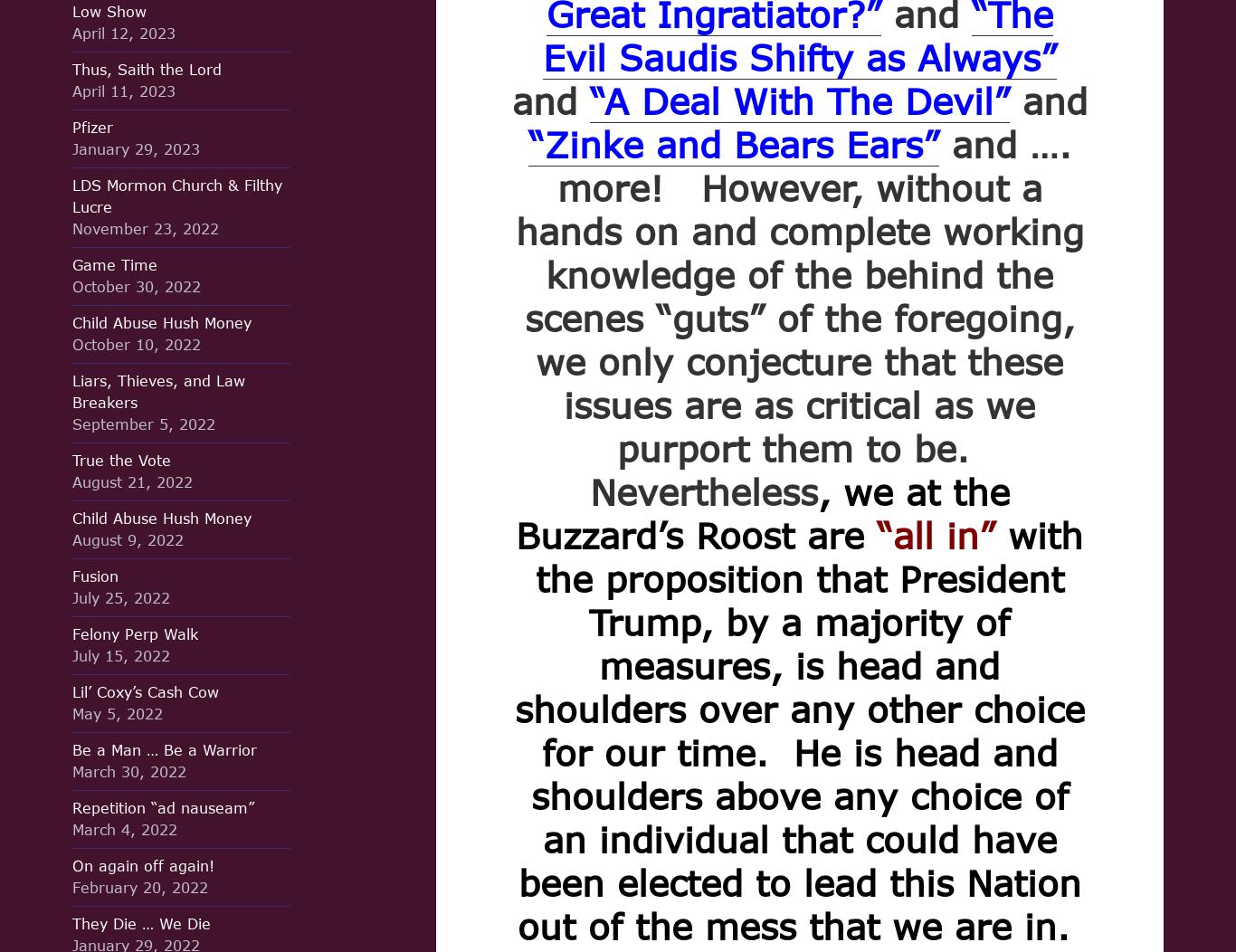  I want to click on '“A Deal With The Devil”', so click(588, 100).